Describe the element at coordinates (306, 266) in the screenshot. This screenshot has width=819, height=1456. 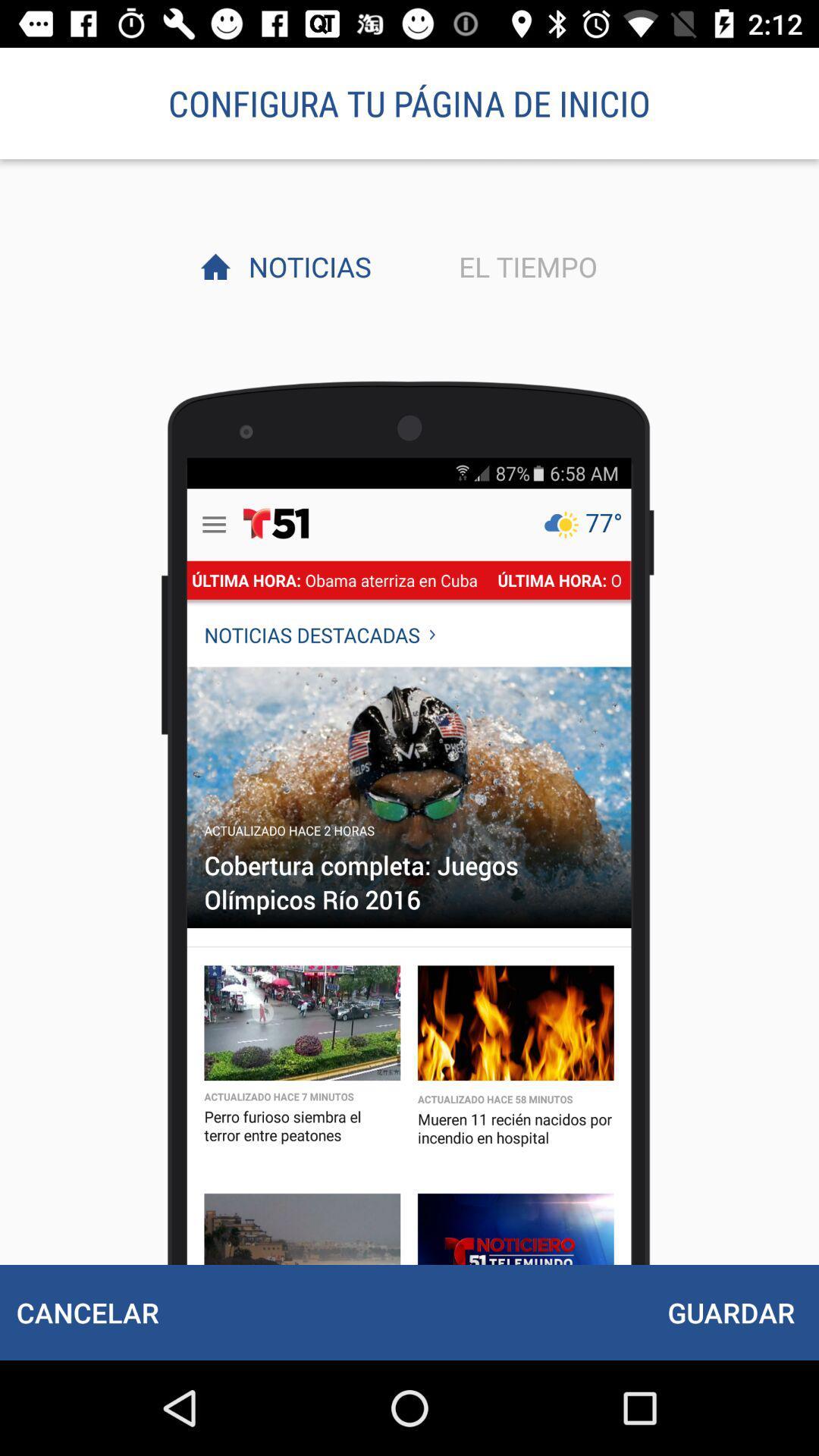
I see `item next to the el tiempo icon` at that location.